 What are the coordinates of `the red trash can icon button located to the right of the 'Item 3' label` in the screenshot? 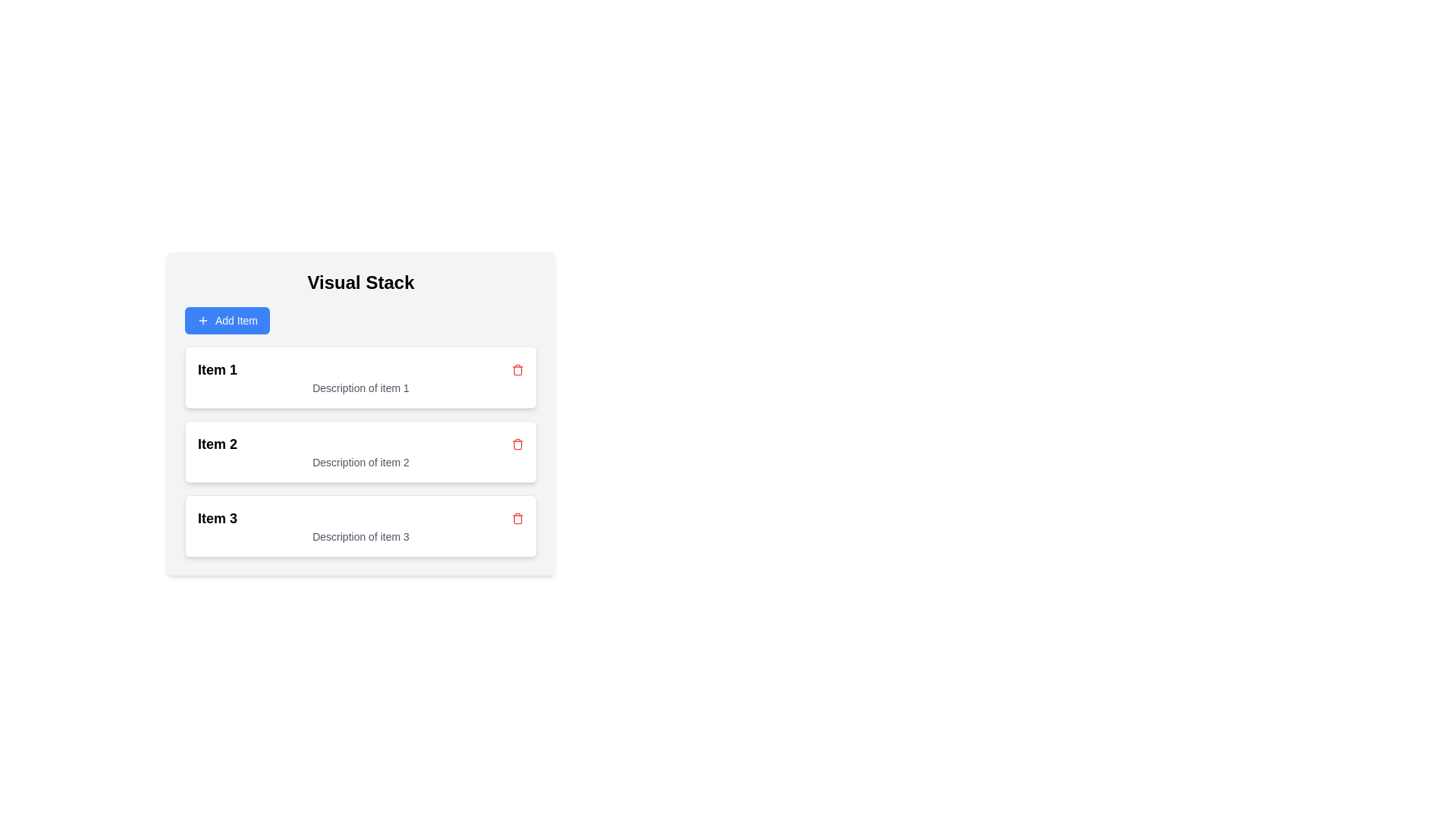 It's located at (517, 517).